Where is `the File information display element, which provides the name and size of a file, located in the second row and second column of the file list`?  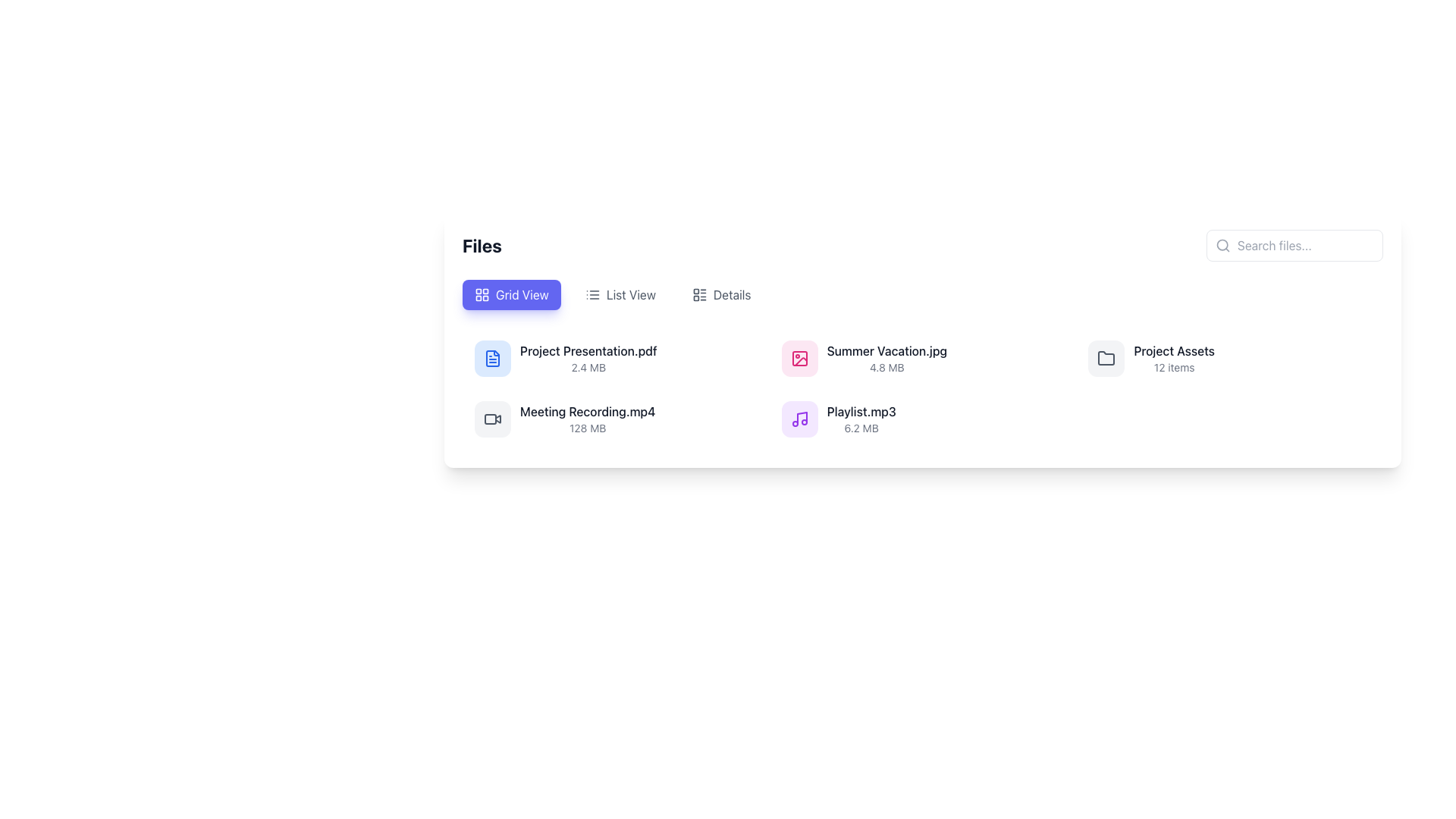 the File information display element, which provides the name and size of a file, located in the second row and second column of the file list is located at coordinates (886, 359).